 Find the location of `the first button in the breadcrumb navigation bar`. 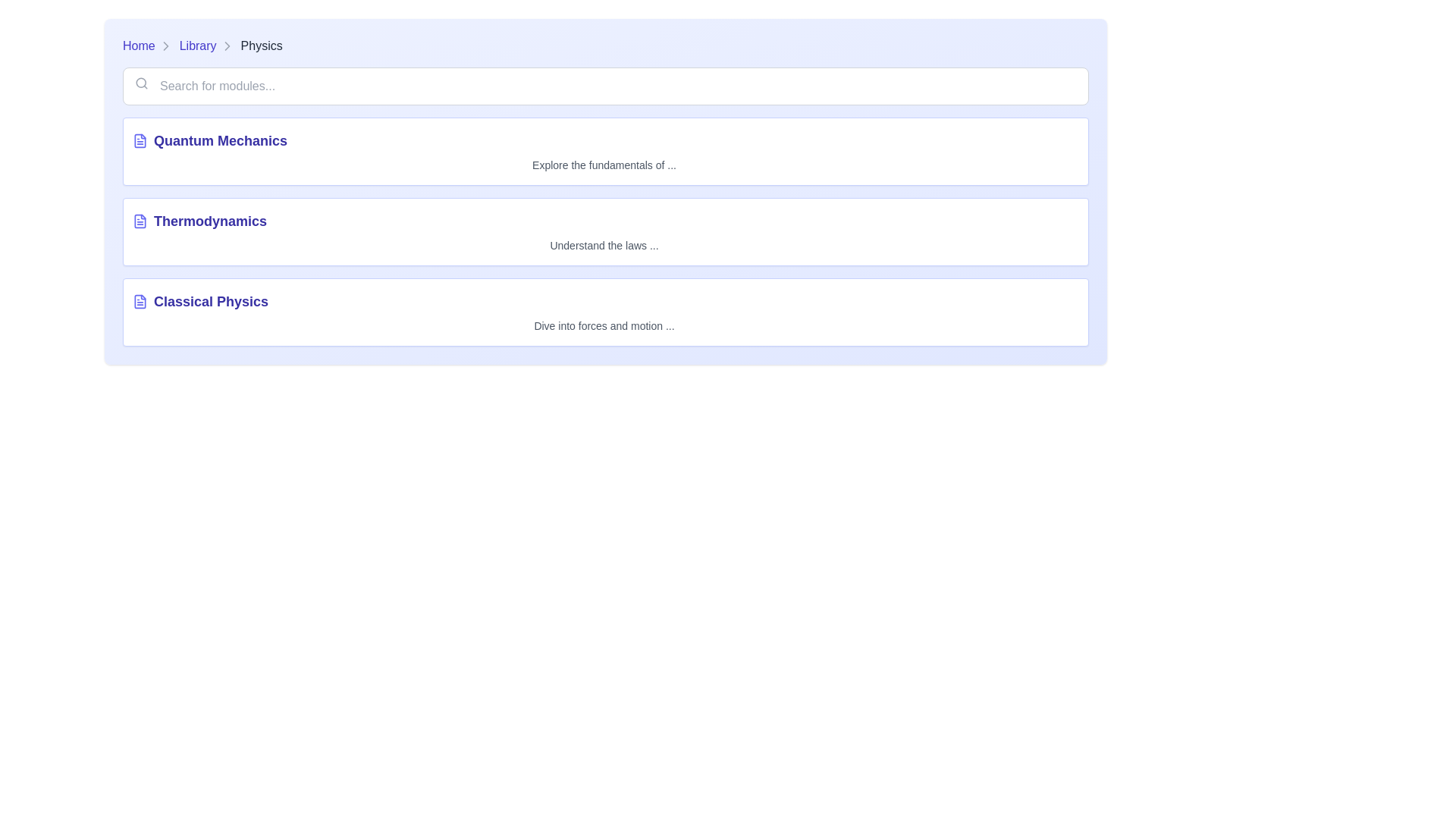

the first button in the breadcrumb navigation bar is located at coordinates (148, 45).